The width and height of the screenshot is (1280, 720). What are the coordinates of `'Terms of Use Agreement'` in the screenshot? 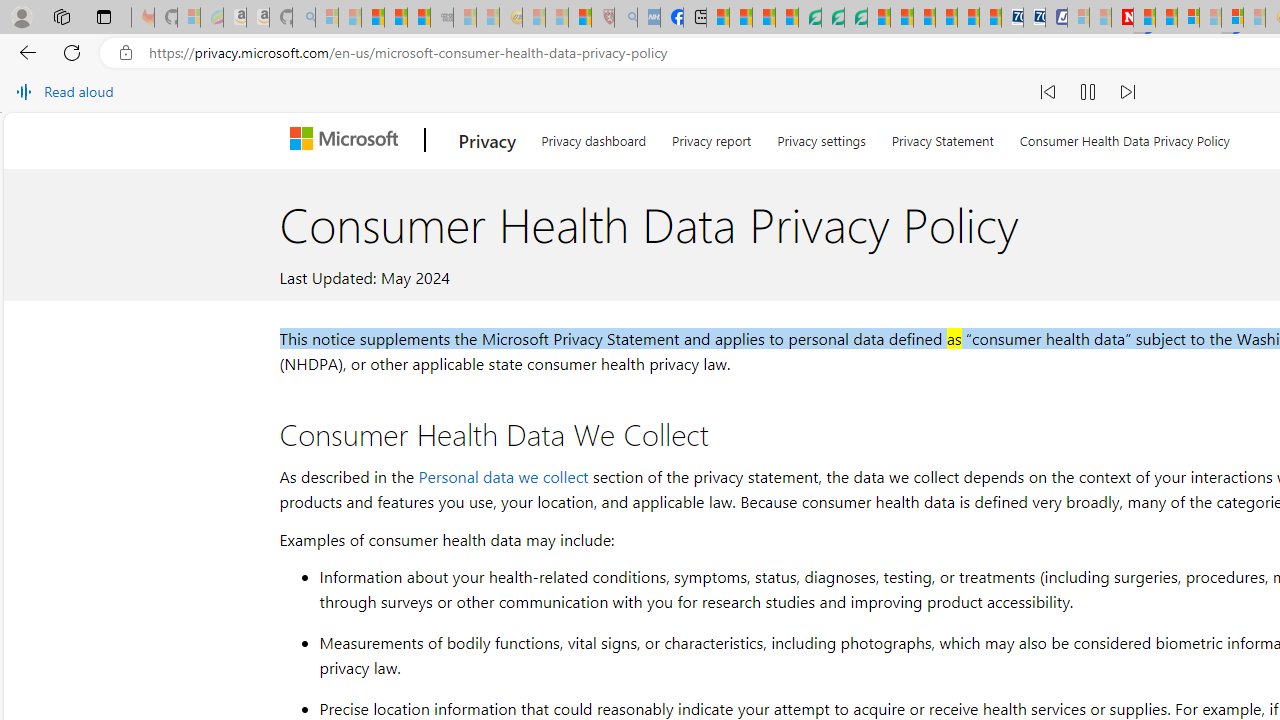 It's located at (832, 17).